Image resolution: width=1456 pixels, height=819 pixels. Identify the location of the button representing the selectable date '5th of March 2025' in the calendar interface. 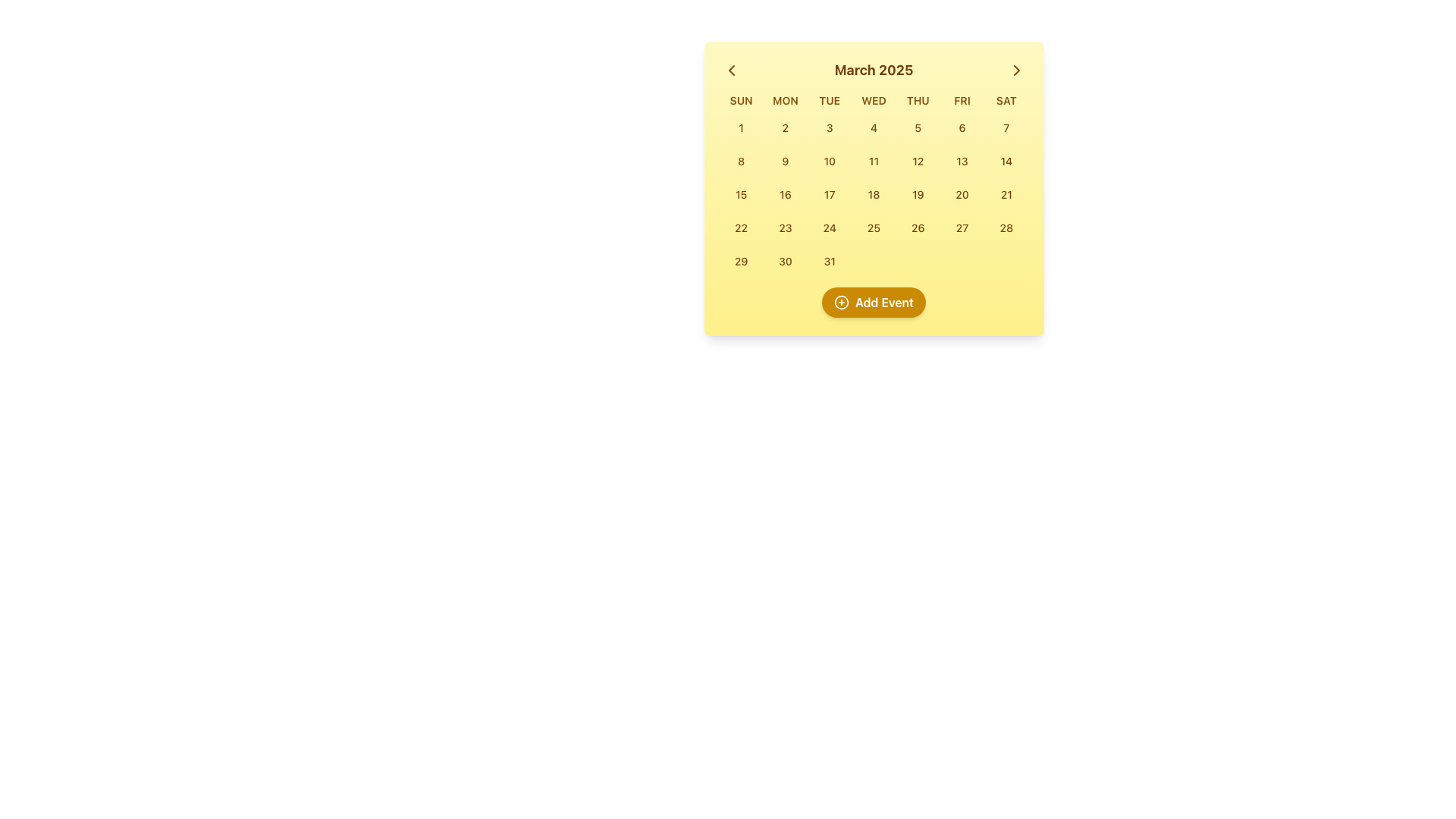
(917, 127).